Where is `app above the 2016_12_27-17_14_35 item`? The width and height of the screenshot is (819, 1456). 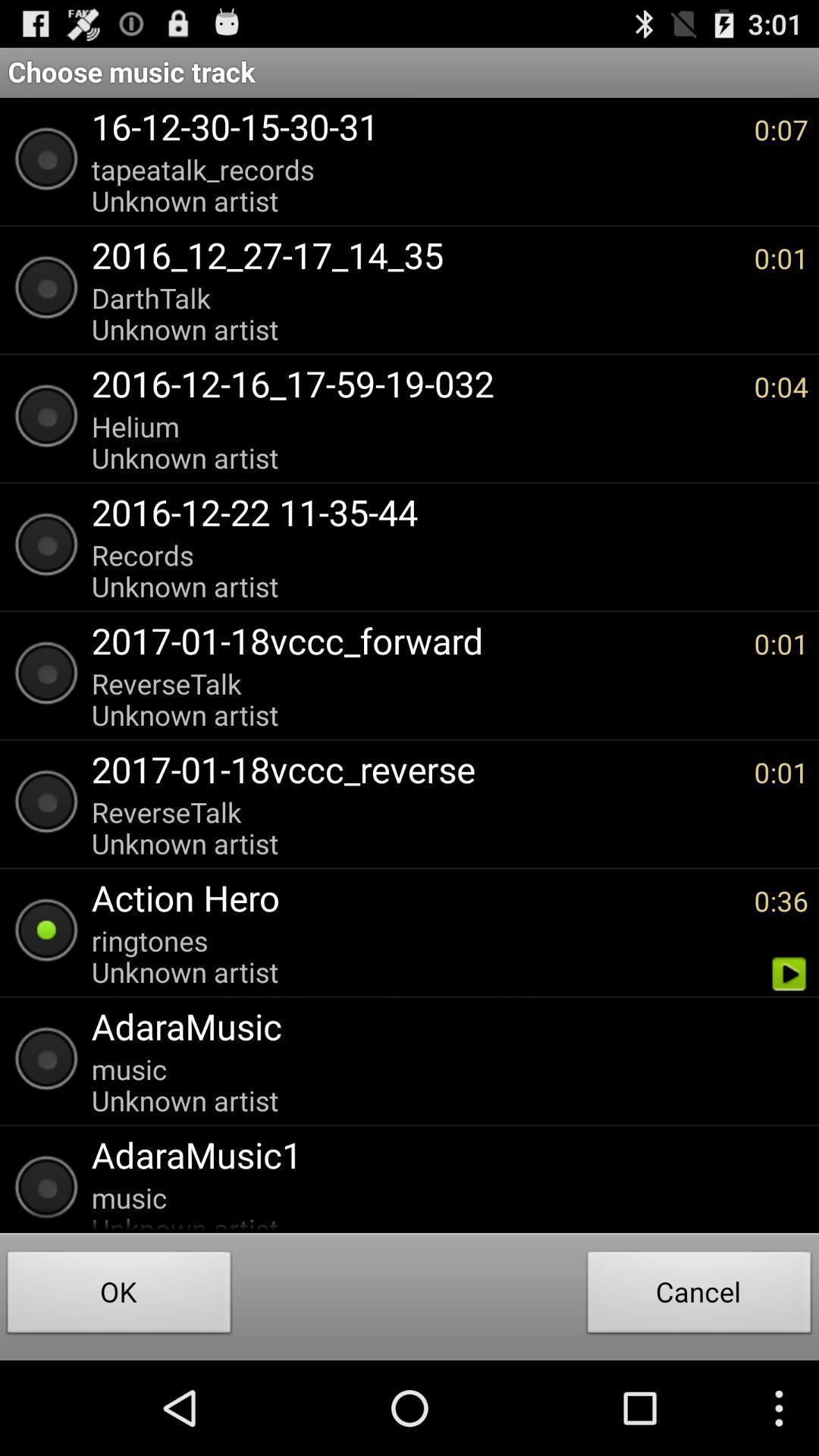 app above the 2016_12_27-17_14_35 item is located at coordinates (415, 184).